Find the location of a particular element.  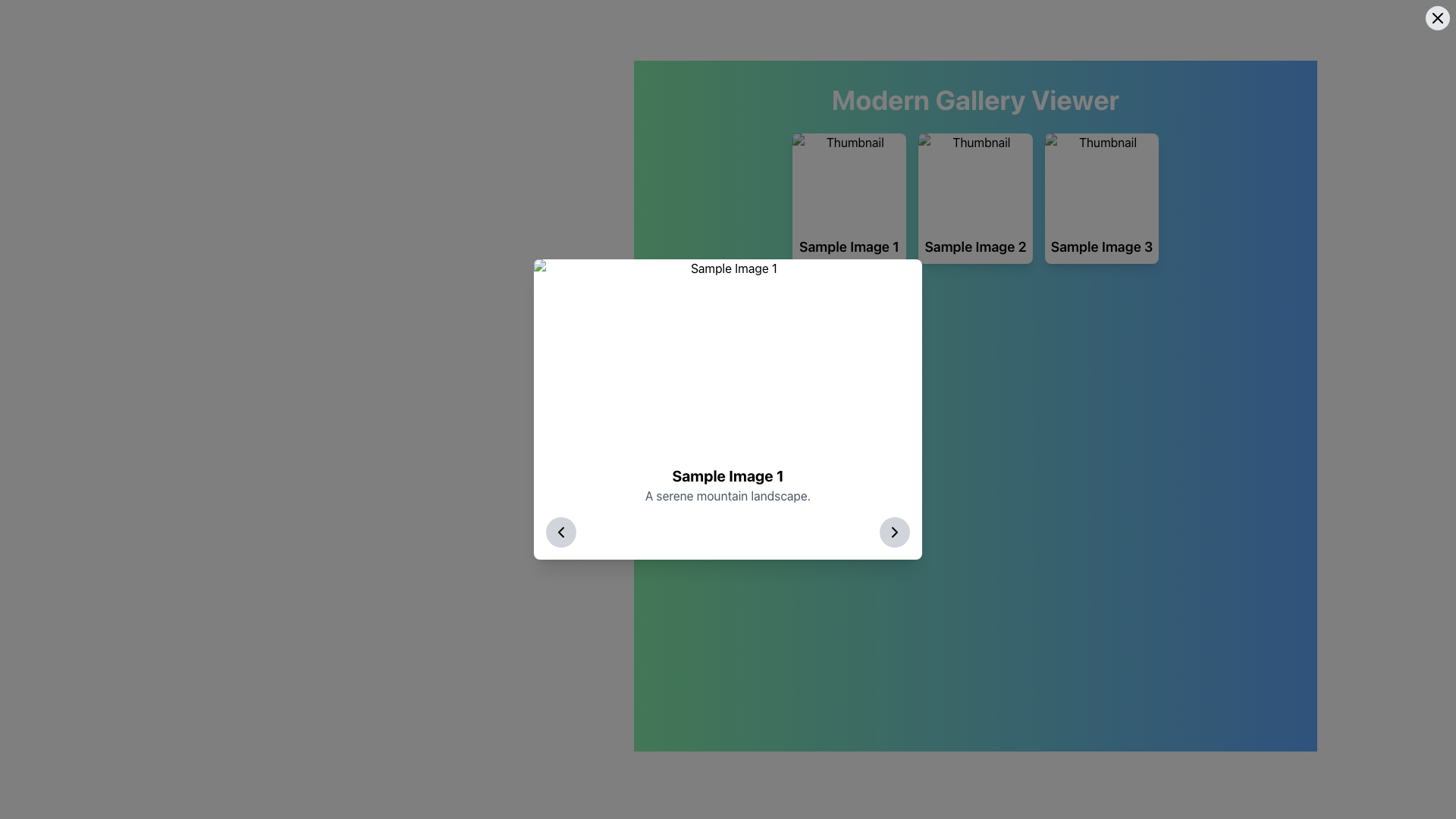

the Close Icon in the top-right corner of the interface is located at coordinates (1437, 17).